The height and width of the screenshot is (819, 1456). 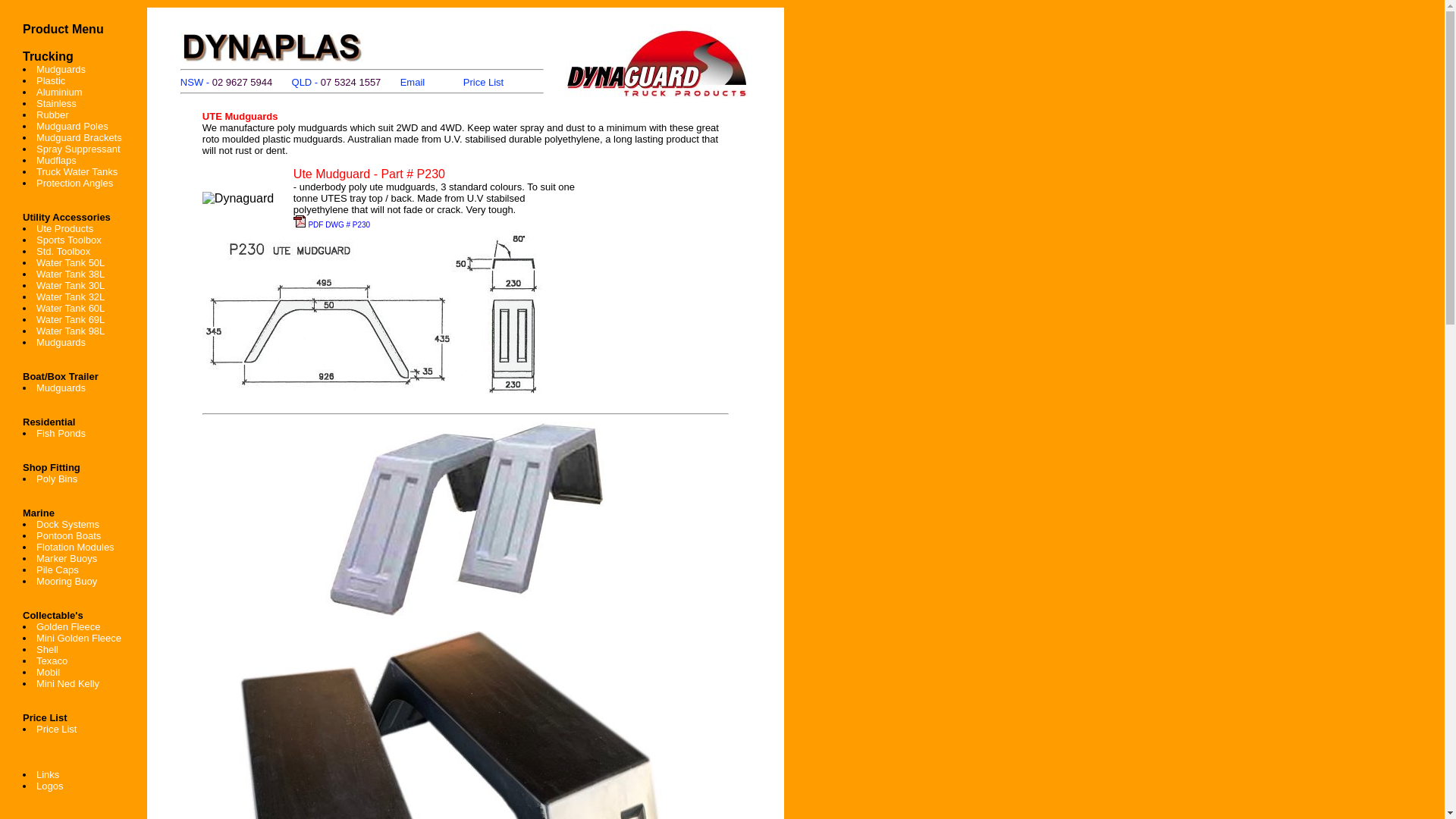 What do you see at coordinates (52, 660) in the screenshot?
I see `'Texaco'` at bounding box center [52, 660].